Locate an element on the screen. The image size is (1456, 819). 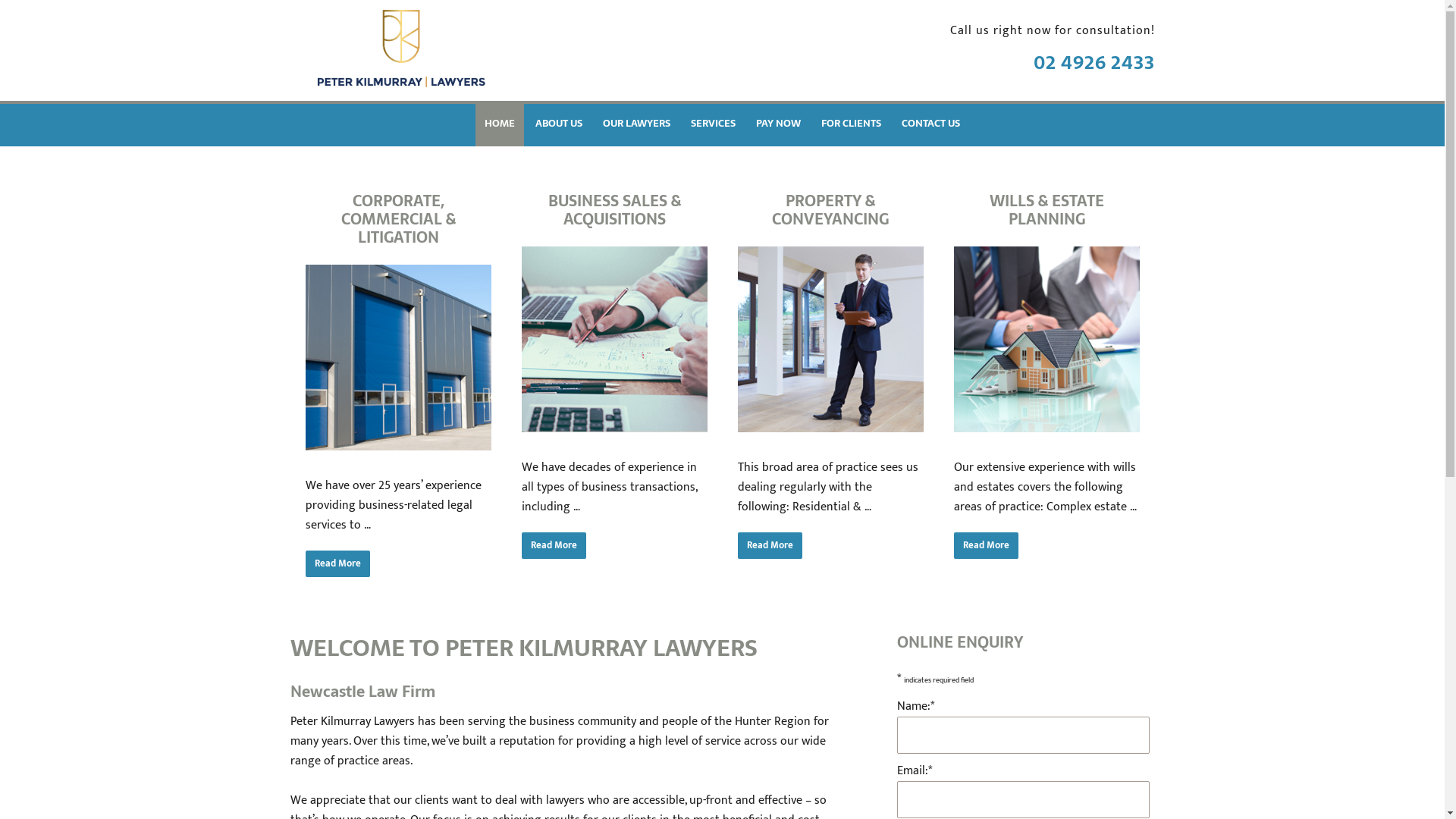
'CONTACT US' is located at coordinates (930, 122).